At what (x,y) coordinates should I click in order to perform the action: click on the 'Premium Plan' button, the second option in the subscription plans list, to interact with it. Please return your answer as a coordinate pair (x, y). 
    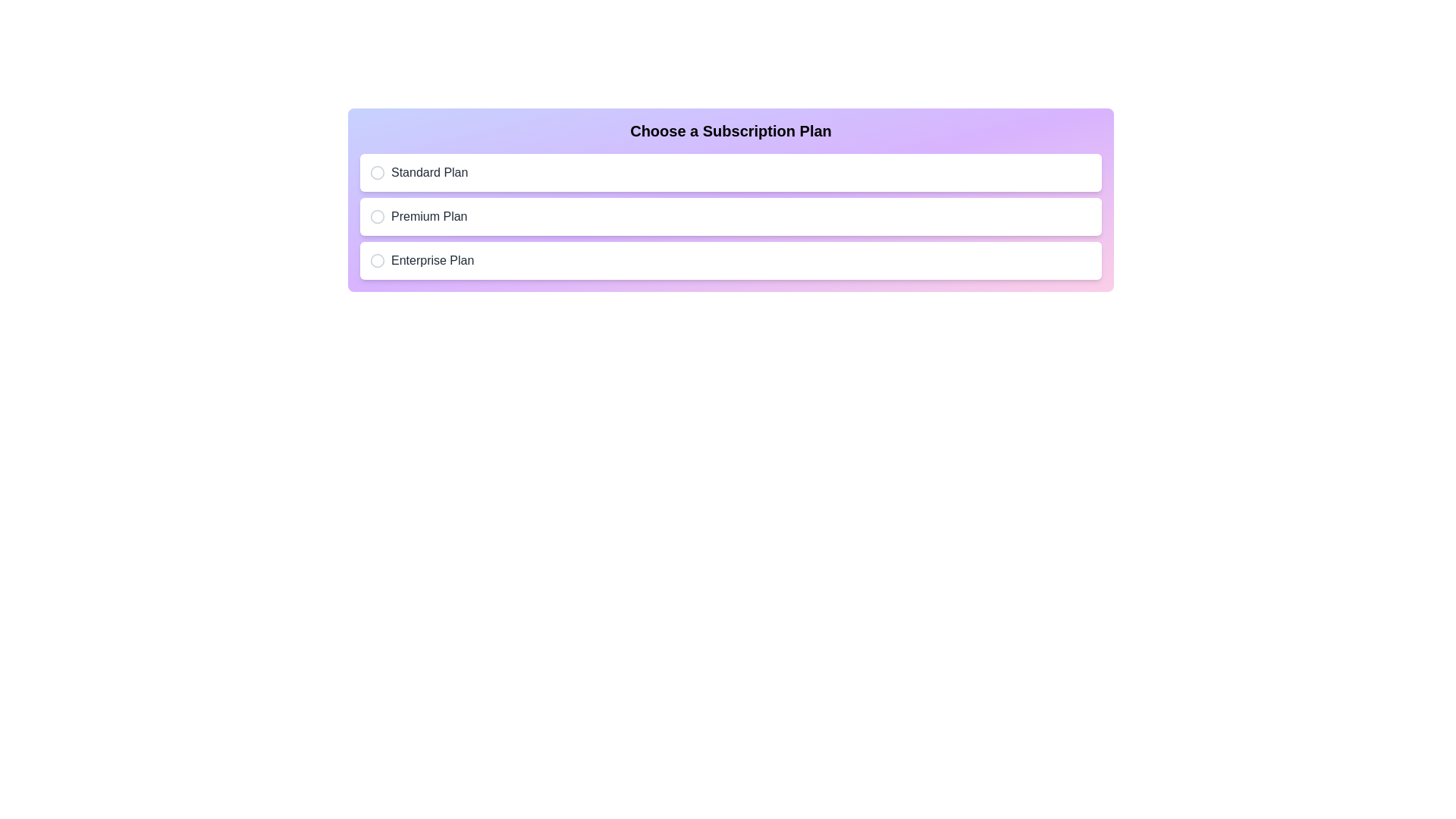
    Looking at the image, I should click on (731, 216).